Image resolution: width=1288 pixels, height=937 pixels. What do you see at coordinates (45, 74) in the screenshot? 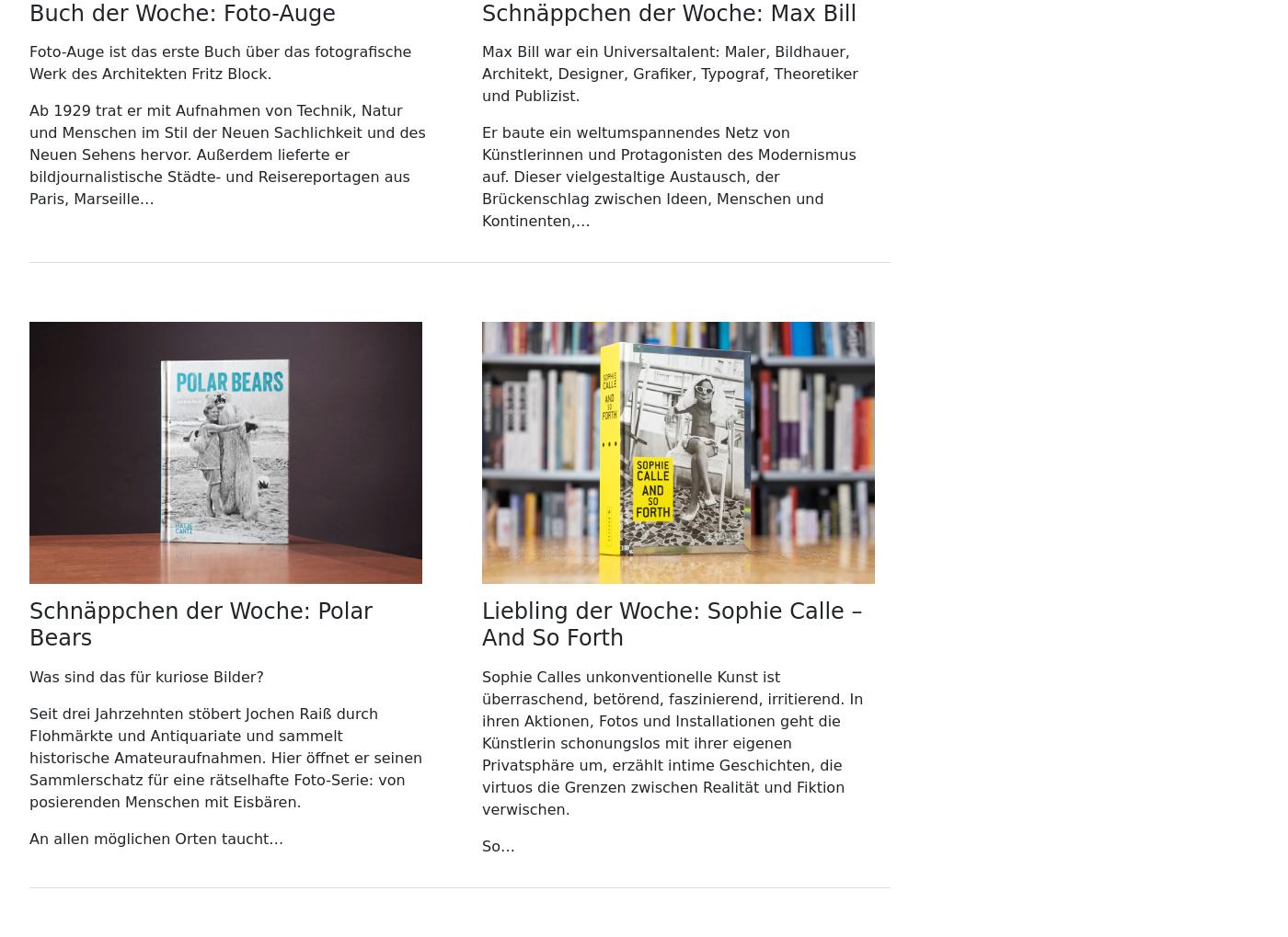
I see `'AGB'` at bounding box center [45, 74].